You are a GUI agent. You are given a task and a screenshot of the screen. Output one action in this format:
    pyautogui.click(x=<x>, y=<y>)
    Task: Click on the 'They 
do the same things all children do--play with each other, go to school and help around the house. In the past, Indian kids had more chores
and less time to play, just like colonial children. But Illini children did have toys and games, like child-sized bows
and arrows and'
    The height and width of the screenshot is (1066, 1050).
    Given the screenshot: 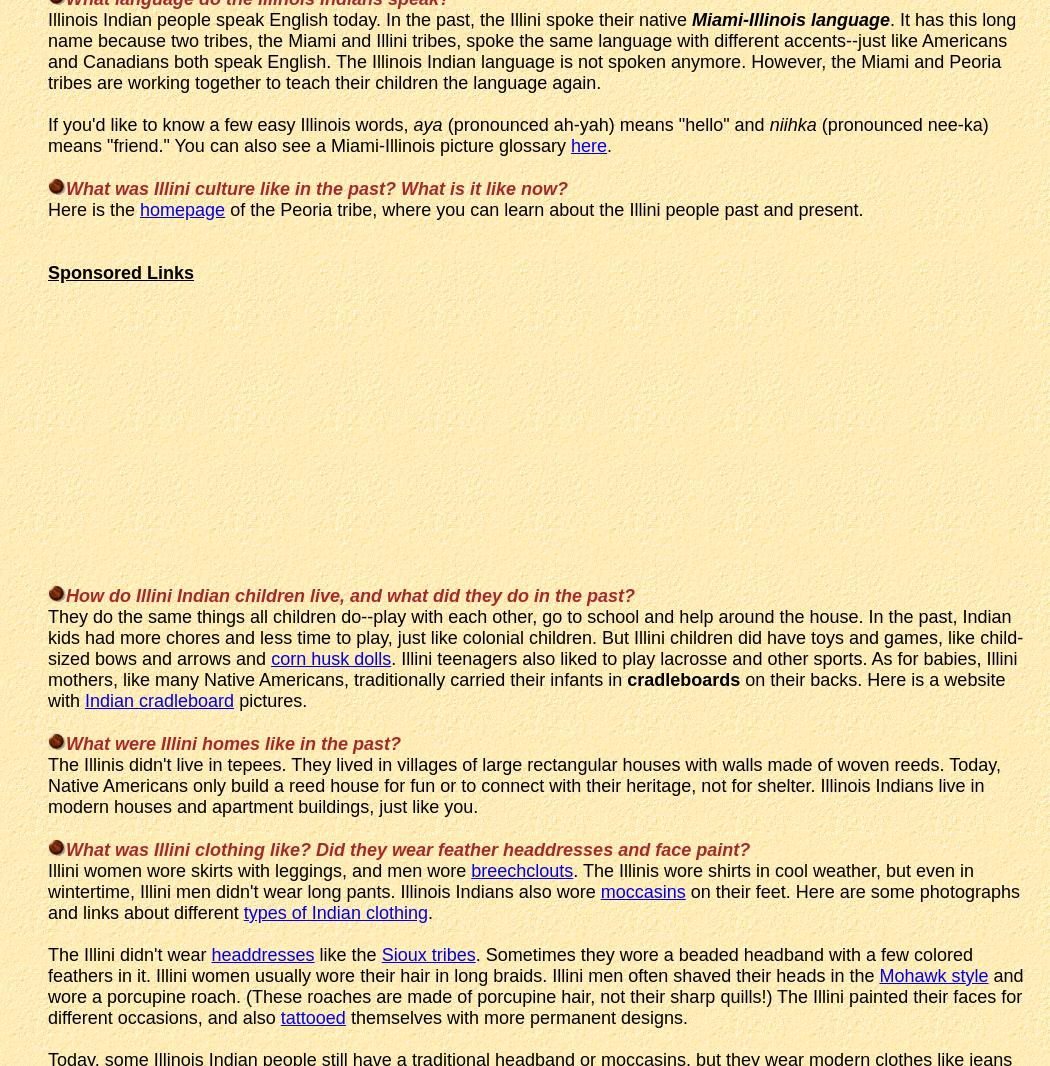 What is the action you would take?
    pyautogui.click(x=535, y=636)
    